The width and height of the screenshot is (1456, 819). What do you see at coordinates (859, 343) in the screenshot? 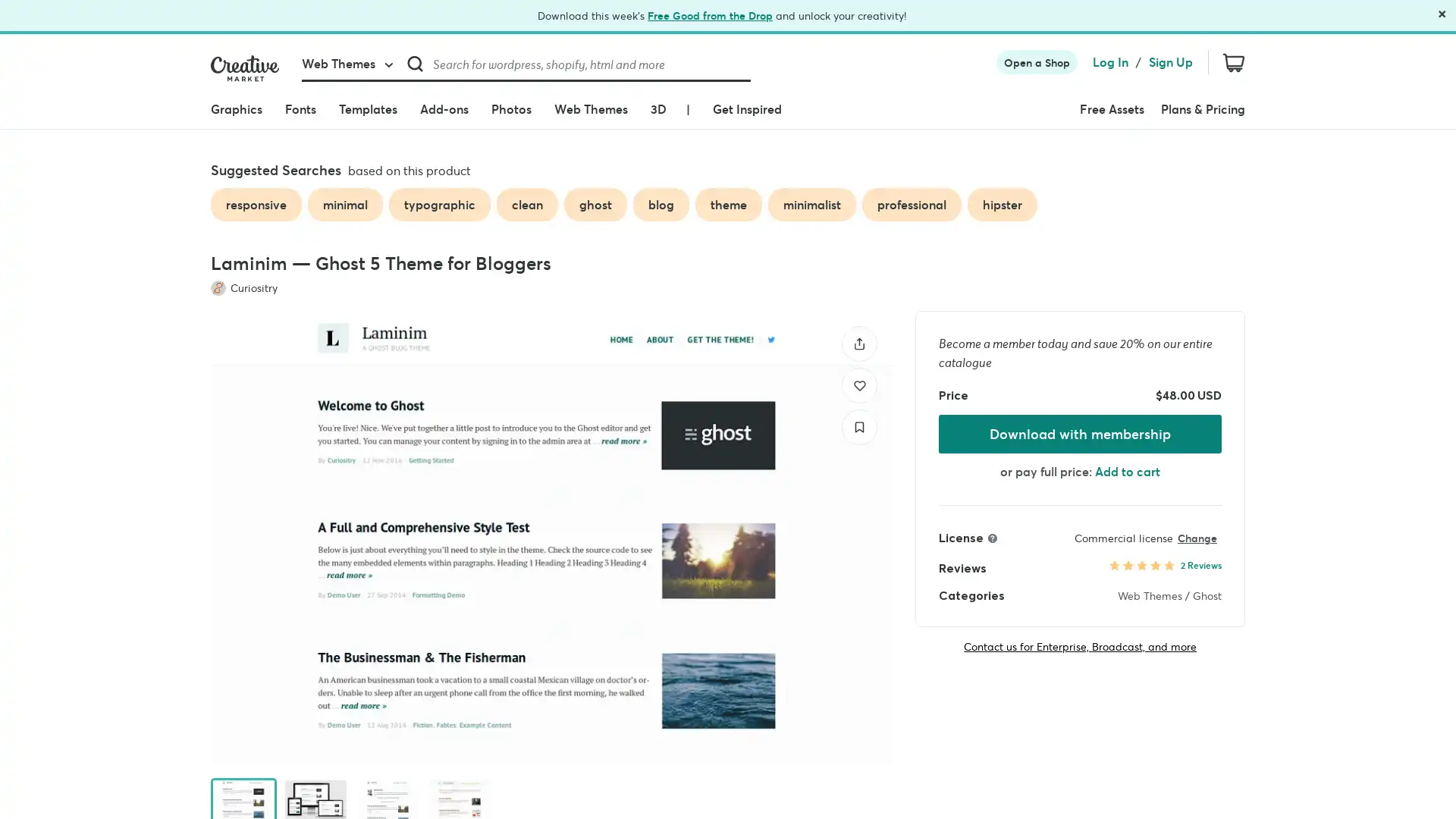
I see `Share` at bounding box center [859, 343].